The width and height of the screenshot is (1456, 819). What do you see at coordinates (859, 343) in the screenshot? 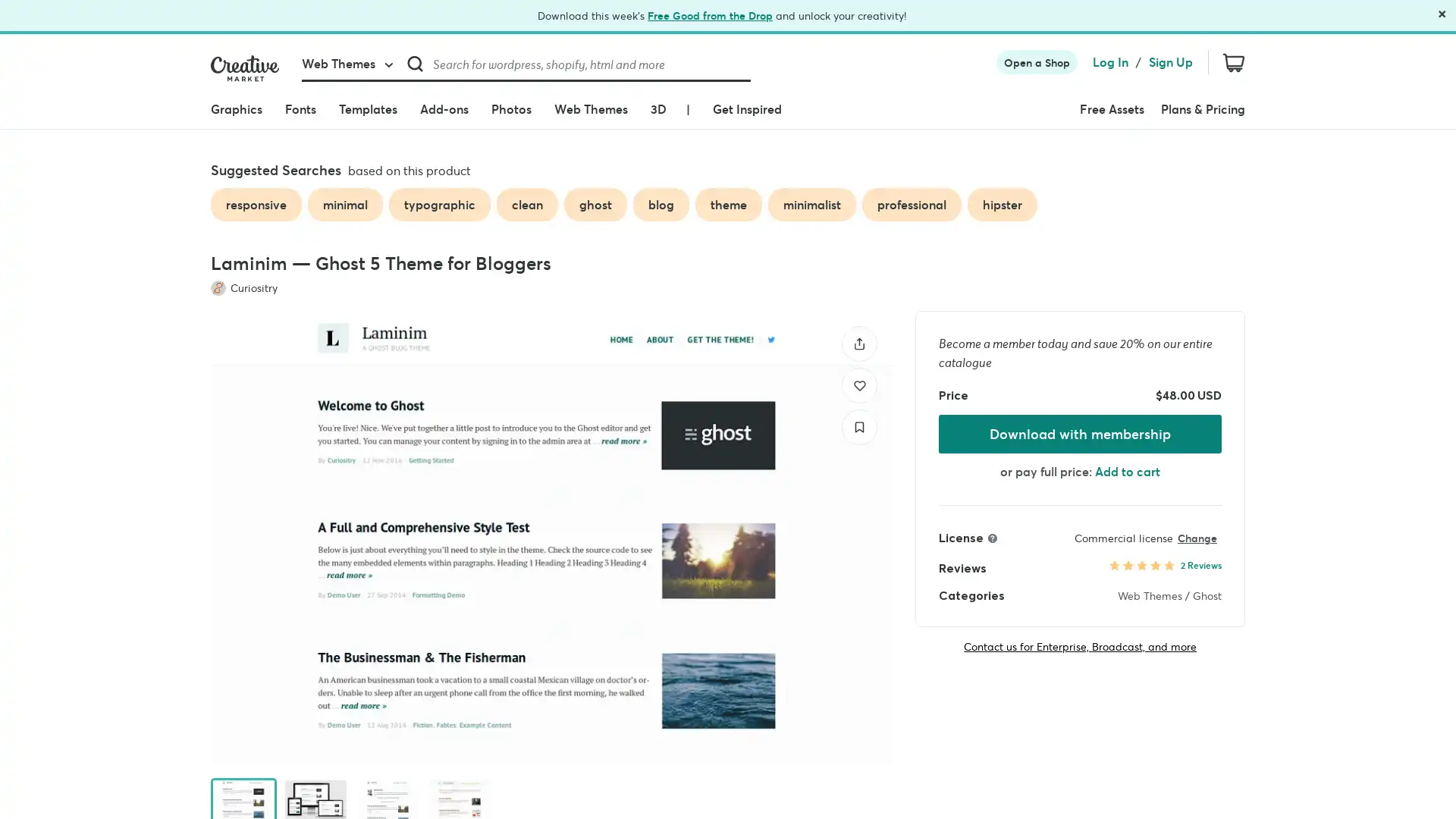
I see `Share` at bounding box center [859, 343].